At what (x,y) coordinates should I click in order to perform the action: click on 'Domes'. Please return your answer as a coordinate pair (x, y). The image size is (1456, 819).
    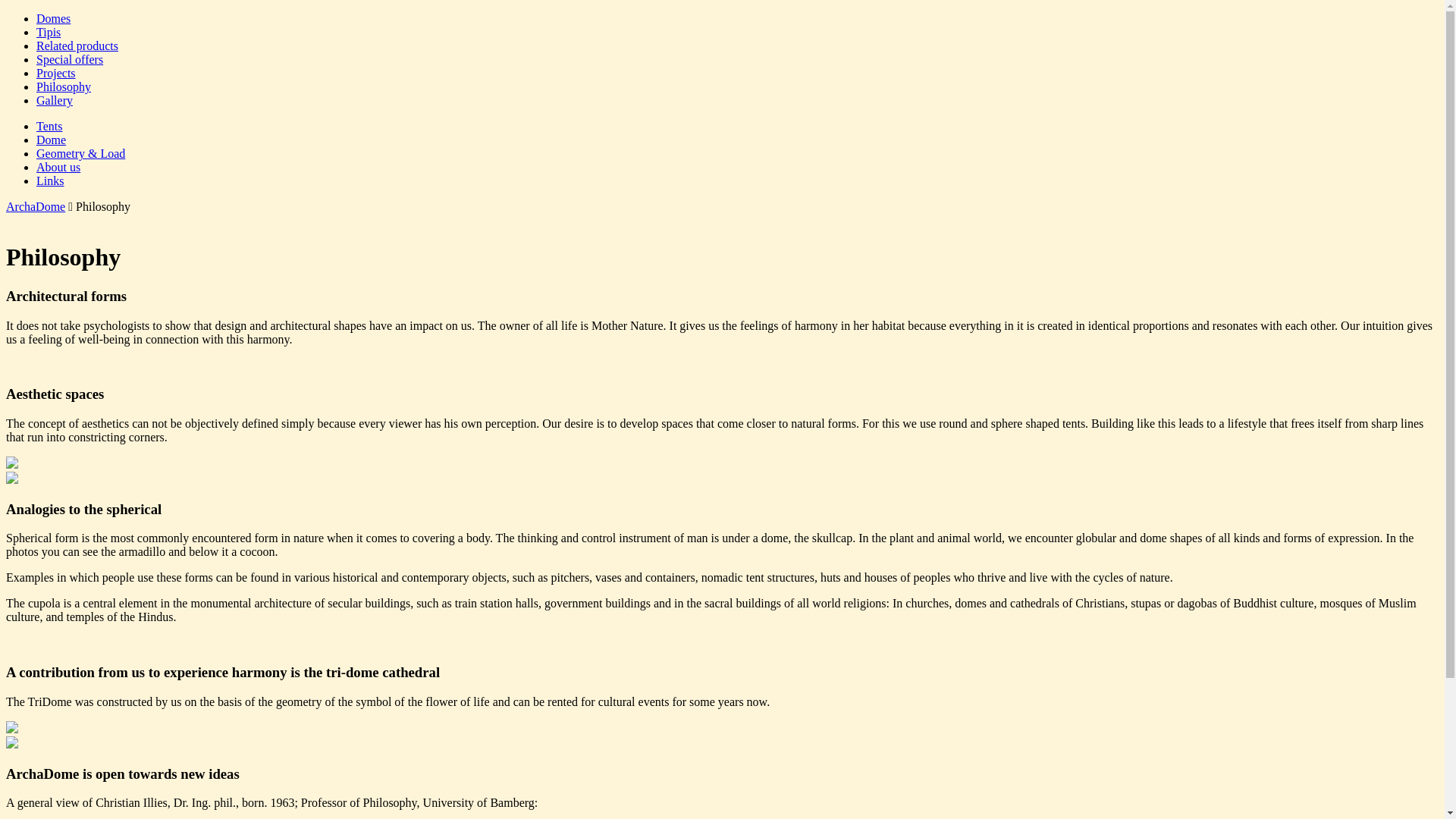
    Looking at the image, I should click on (53, 18).